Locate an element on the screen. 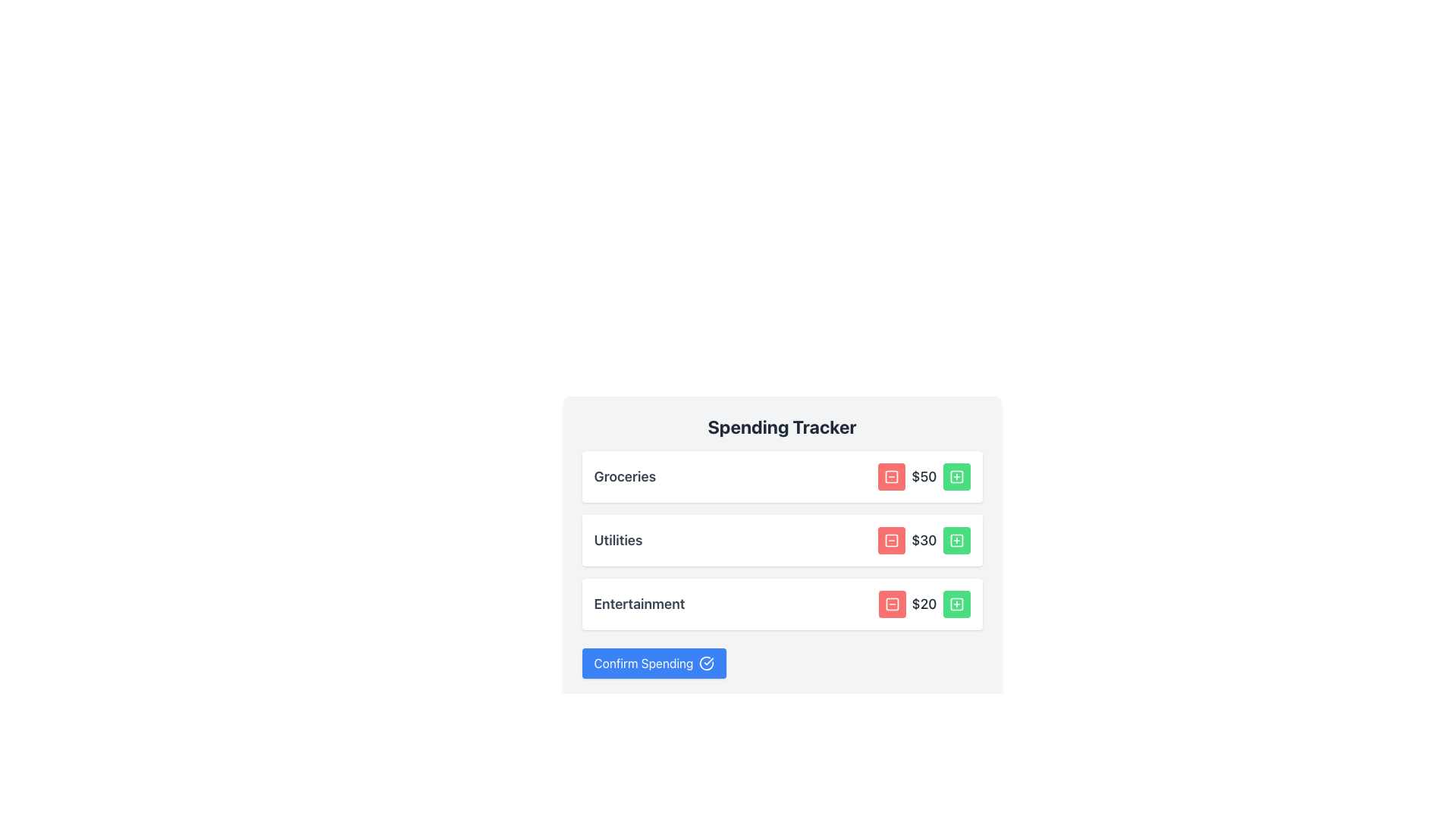 The image size is (1456, 819). the text label displaying the current value for the 'Utilities' category in the spending tracker interface is located at coordinates (923, 540).